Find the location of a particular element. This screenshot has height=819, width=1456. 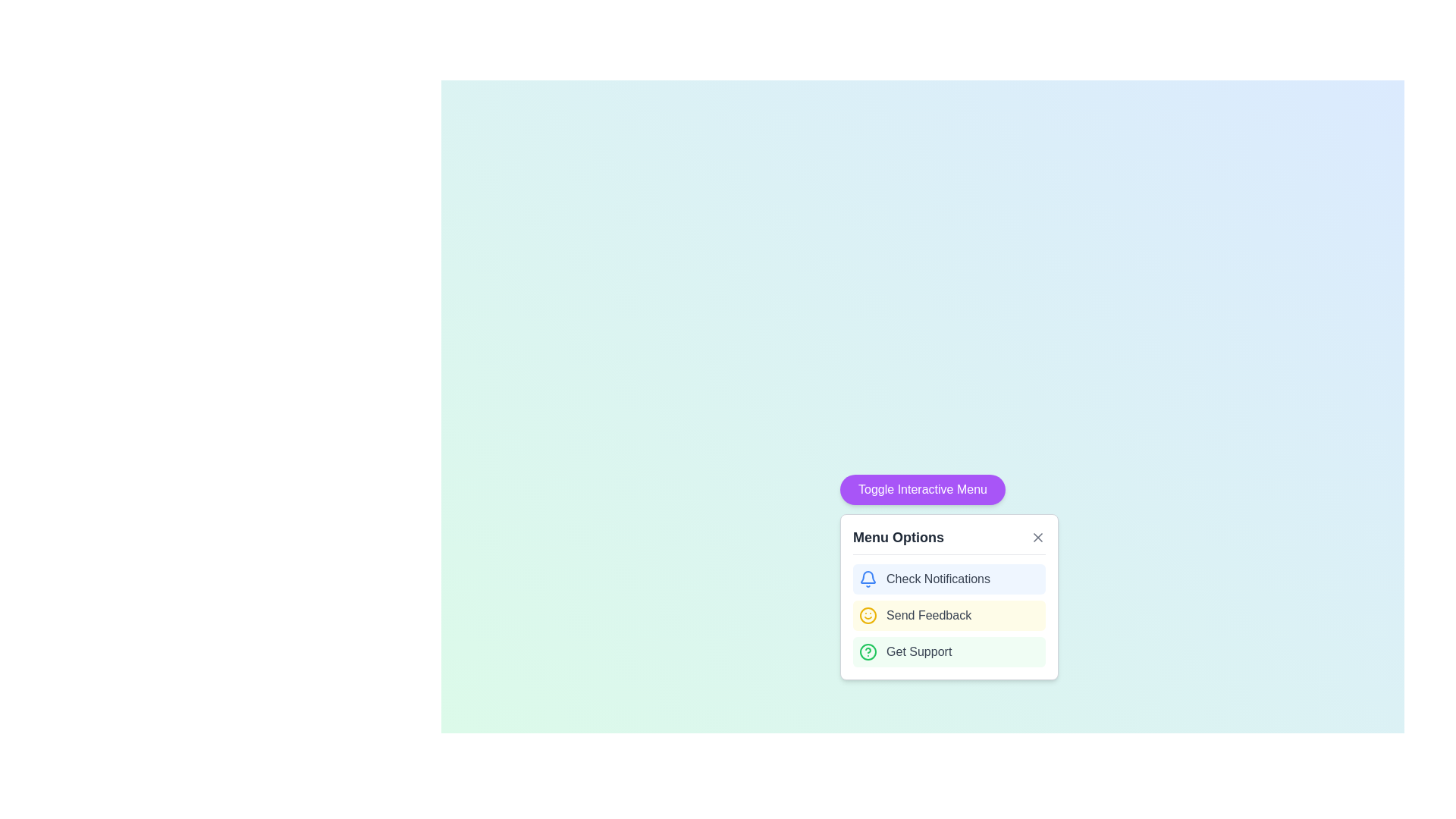

the feedback button located in the middle position of the dropdown panel, which is the second button stacked below 'Check Notifications' and above 'Get Support' is located at coordinates (949, 616).